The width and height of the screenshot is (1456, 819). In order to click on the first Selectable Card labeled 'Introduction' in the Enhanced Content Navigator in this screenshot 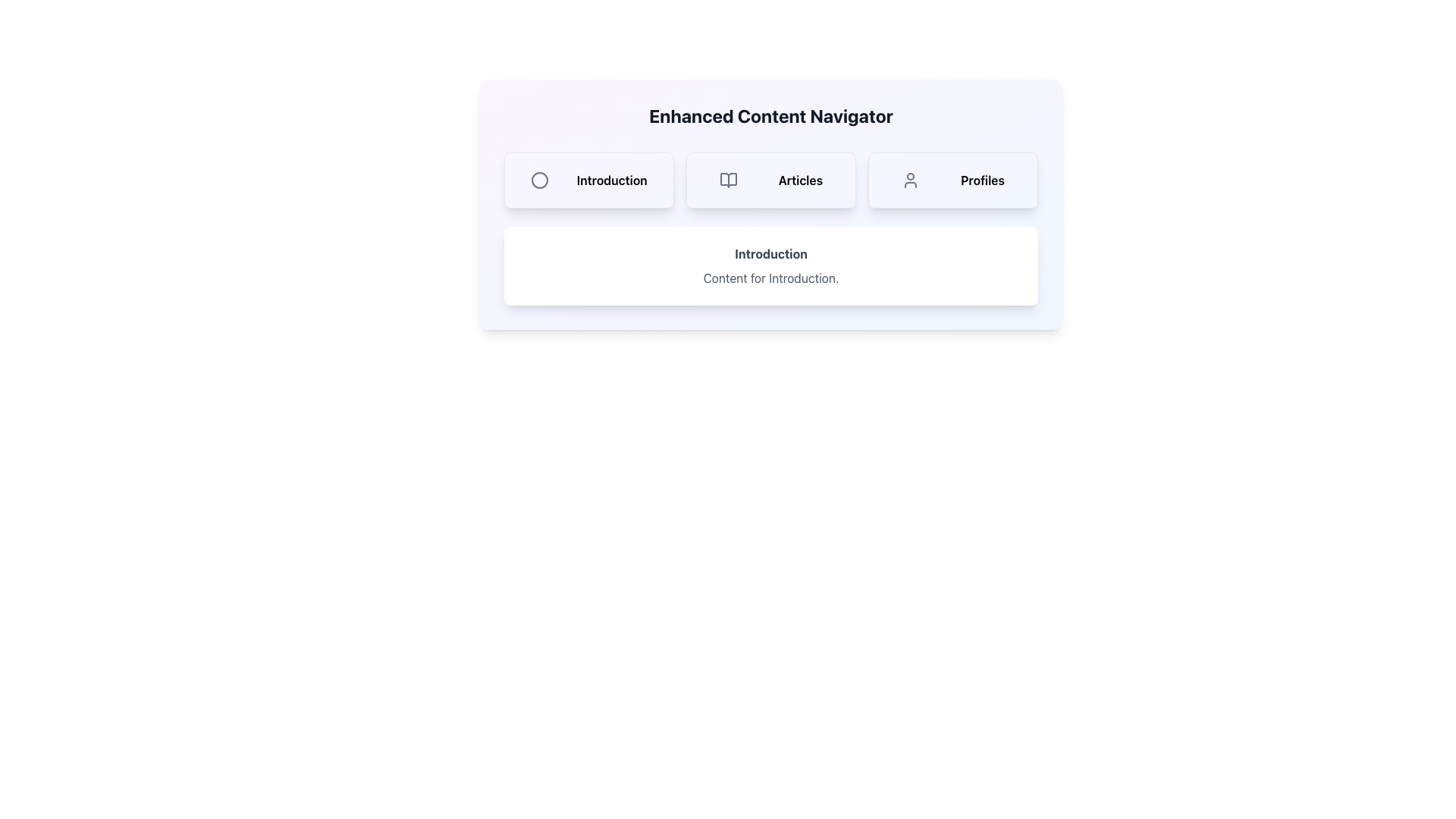, I will do `click(588, 180)`.